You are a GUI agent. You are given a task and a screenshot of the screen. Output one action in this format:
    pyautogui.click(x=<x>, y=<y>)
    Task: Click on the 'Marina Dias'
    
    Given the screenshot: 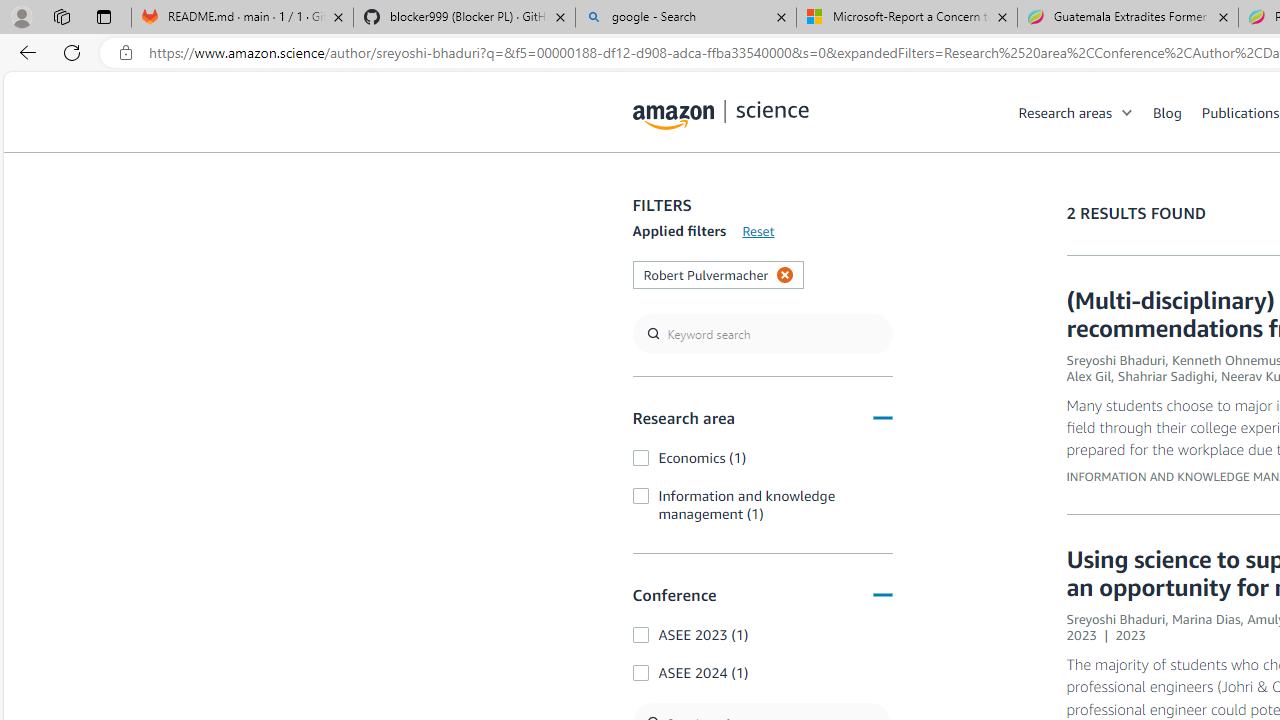 What is the action you would take?
    pyautogui.click(x=1205, y=618)
    